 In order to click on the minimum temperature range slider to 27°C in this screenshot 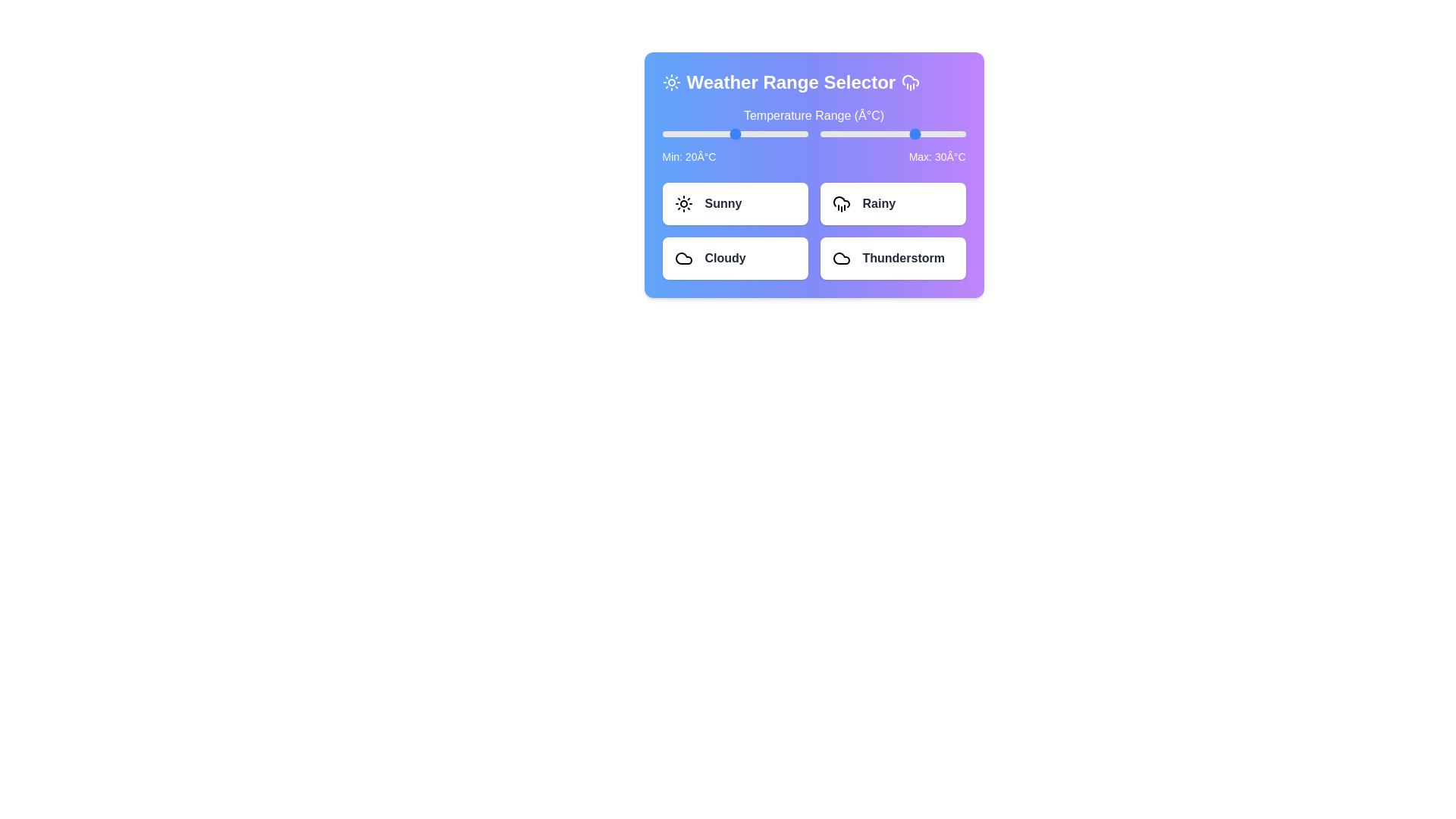, I will do `click(752, 133)`.